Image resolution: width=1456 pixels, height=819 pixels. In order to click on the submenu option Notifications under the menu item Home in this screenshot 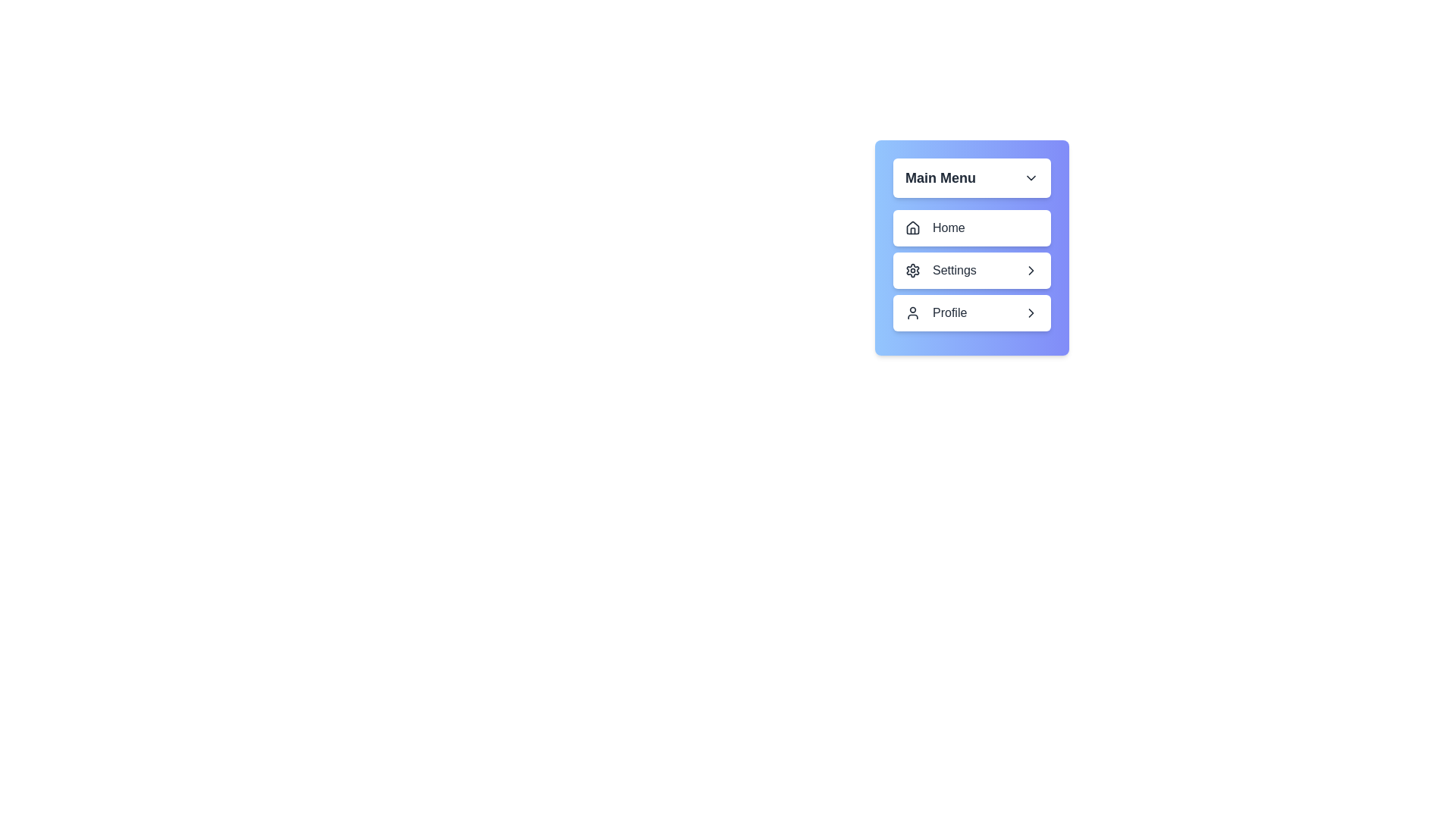, I will do `click(971, 227)`.